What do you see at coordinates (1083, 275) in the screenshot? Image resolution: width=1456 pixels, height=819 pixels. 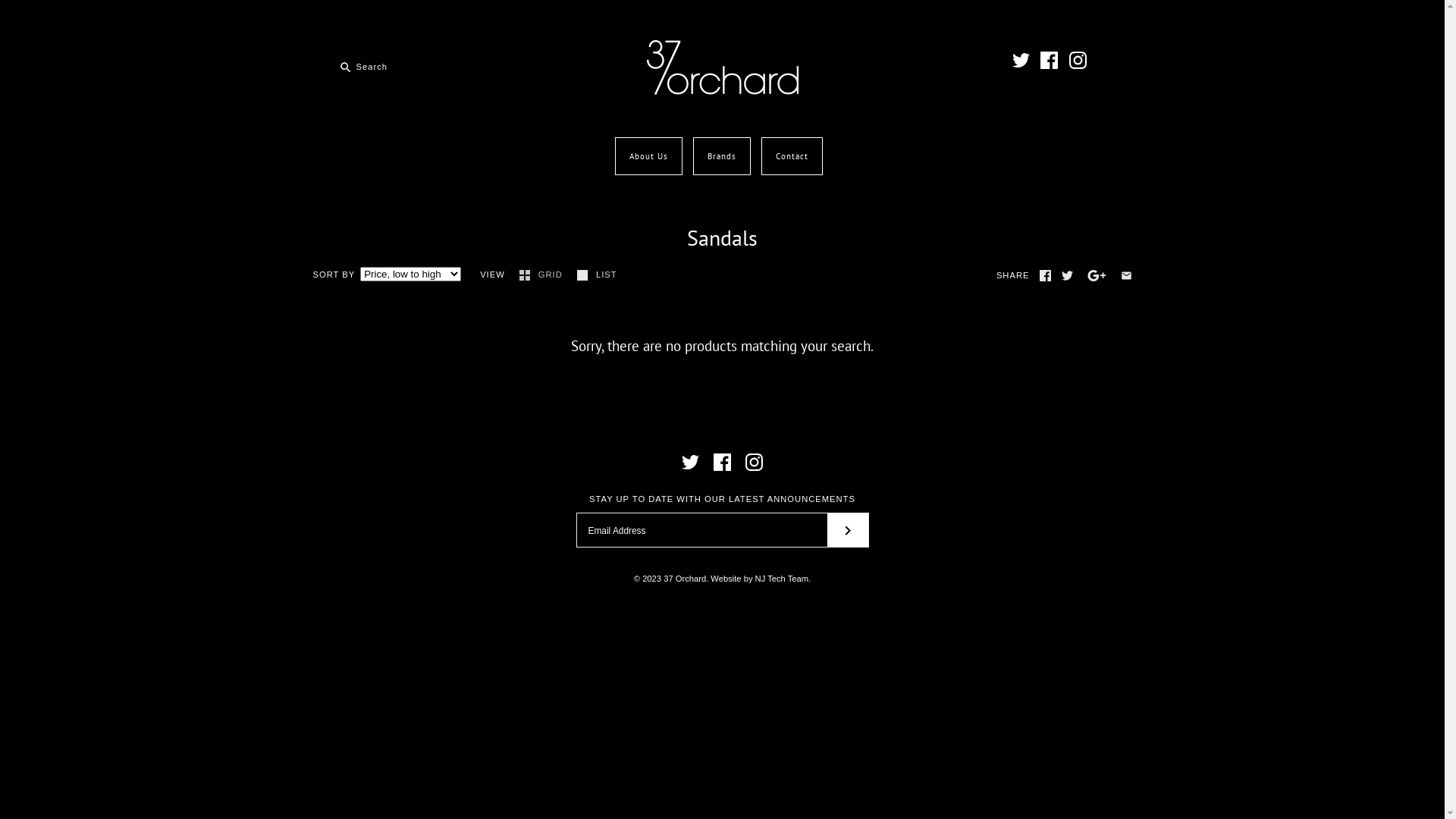 I see `'GooglePlus'` at bounding box center [1083, 275].